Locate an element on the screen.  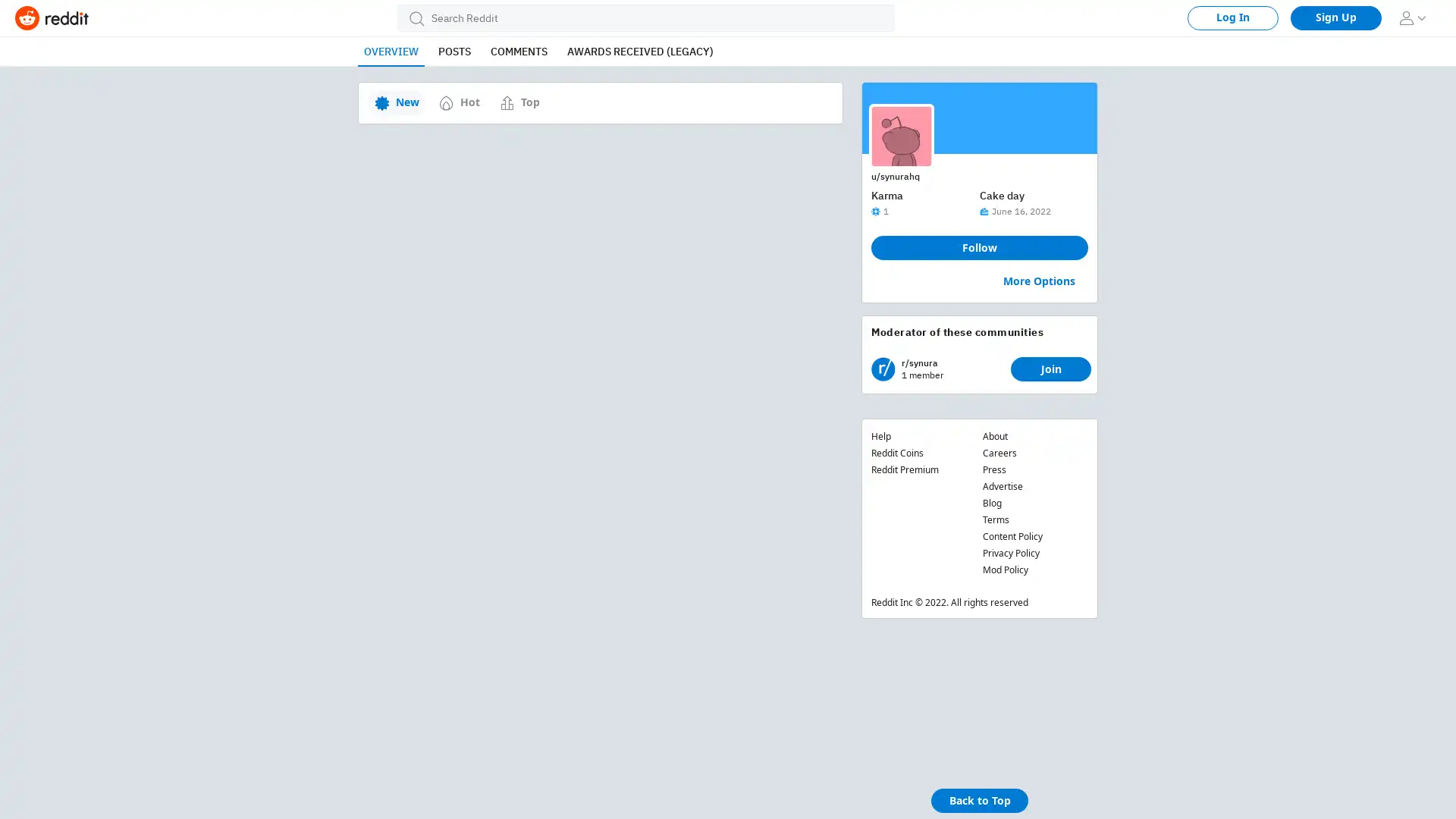
Share is located at coordinates (510, 222).